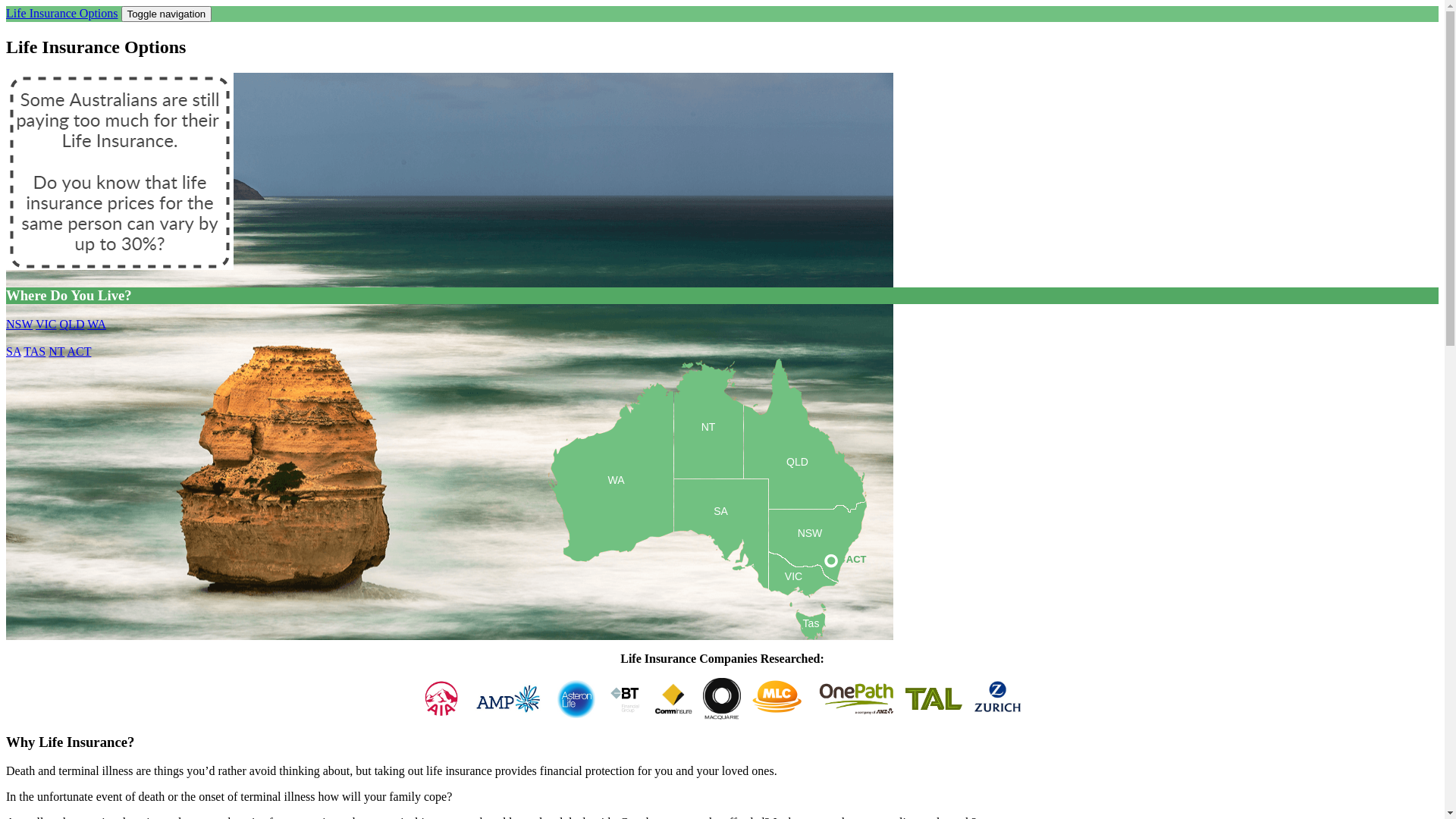  Describe the element at coordinates (810, 629) in the screenshot. I see `'Tas'` at that location.